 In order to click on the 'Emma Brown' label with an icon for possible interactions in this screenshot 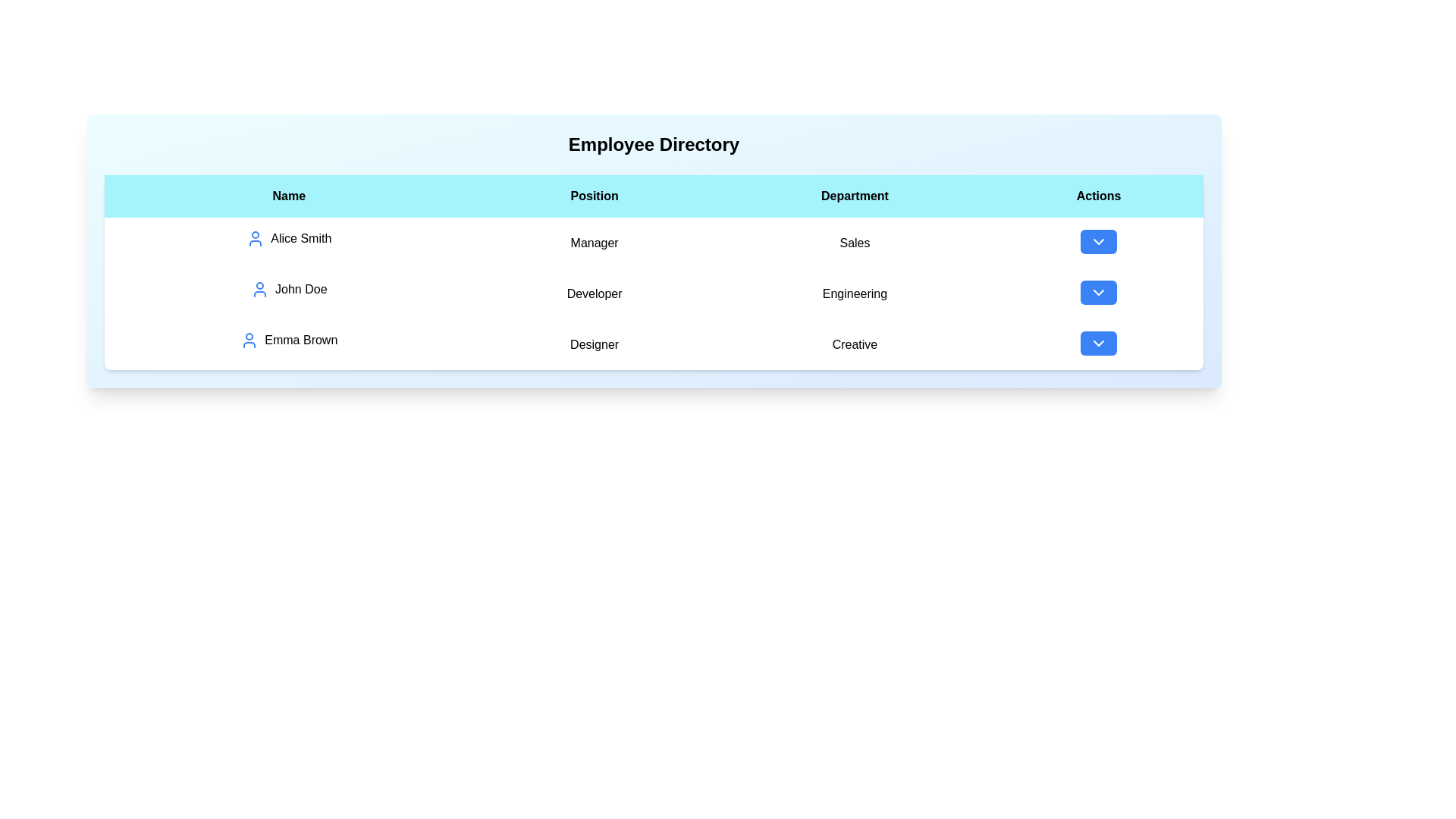, I will do `click(289, 339)`.